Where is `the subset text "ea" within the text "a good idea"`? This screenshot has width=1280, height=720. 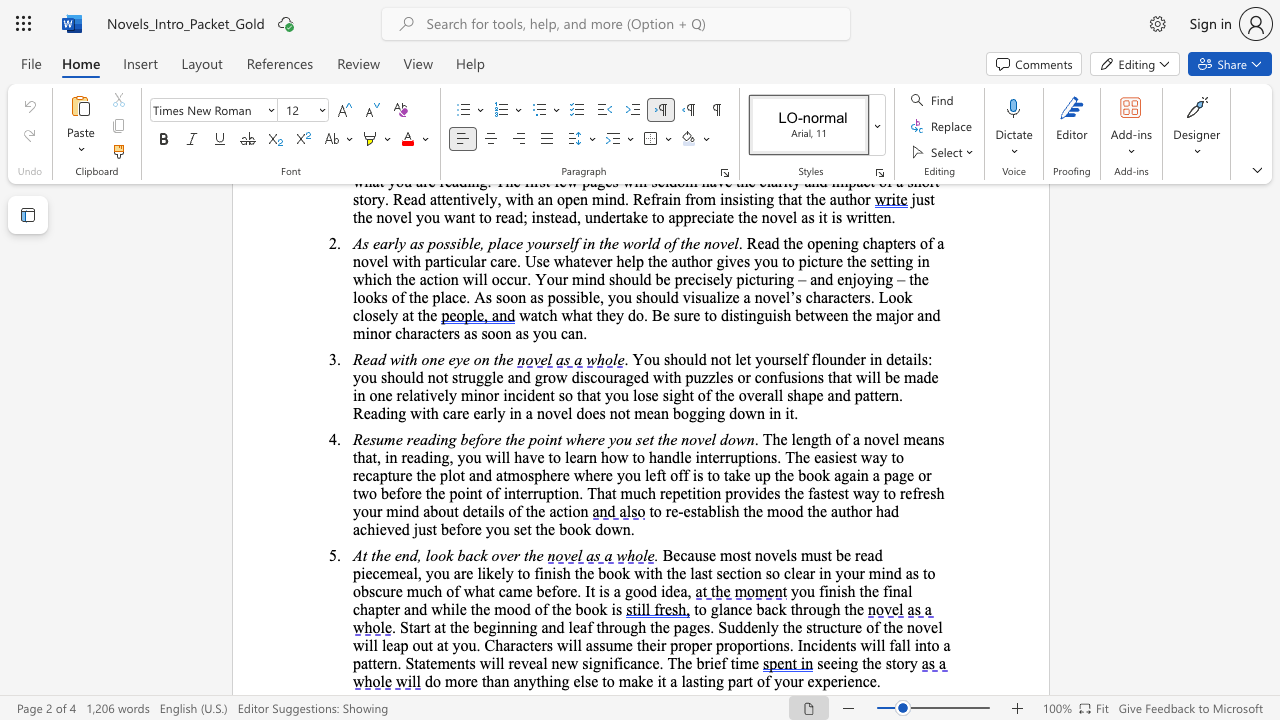 the subset text "ea" within the text "a good idea" is located at coordinates (673, 590).